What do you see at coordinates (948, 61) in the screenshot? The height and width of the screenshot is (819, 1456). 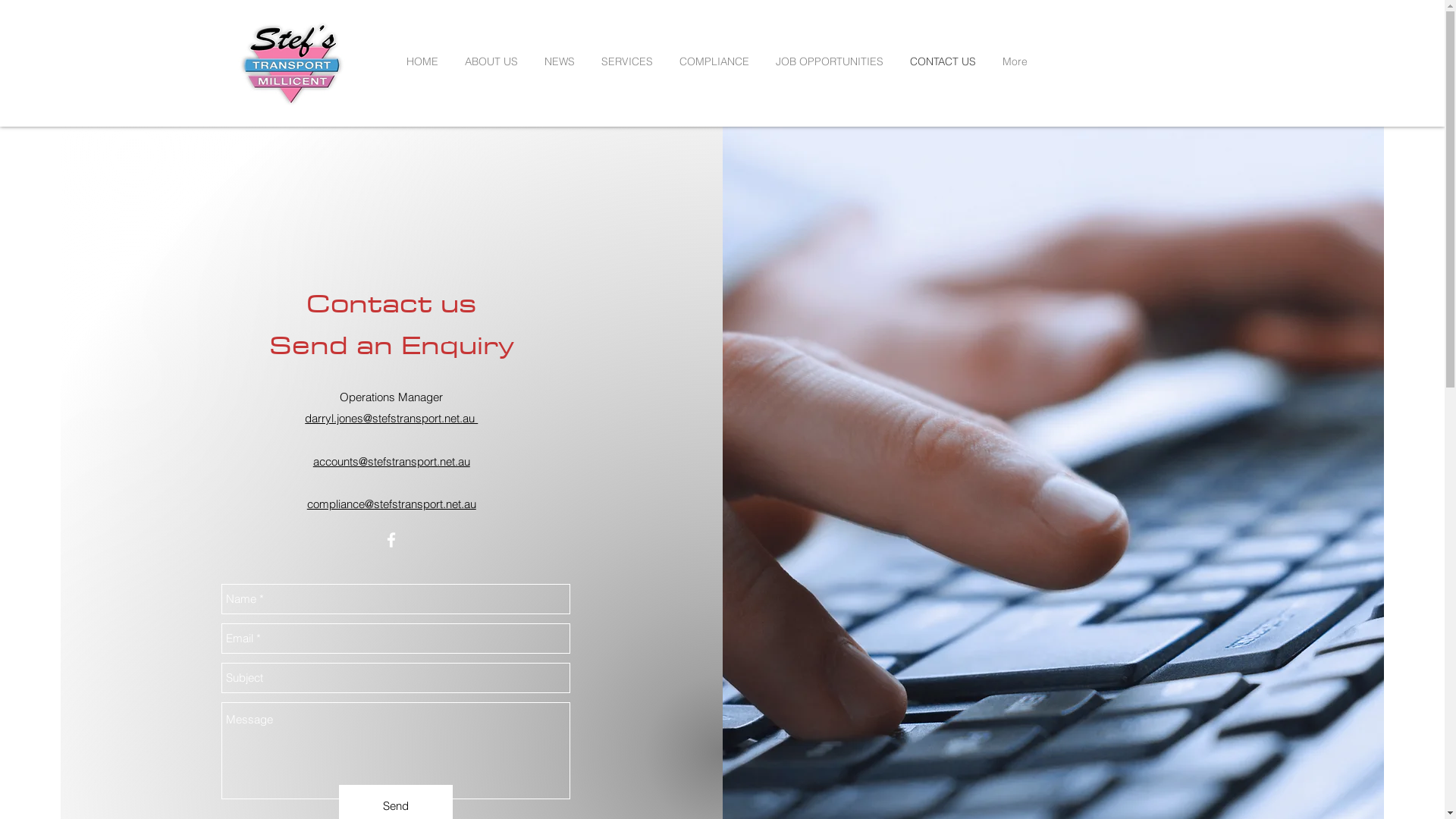 I see `'CONTACT US'` at bounding box center [948, 61].